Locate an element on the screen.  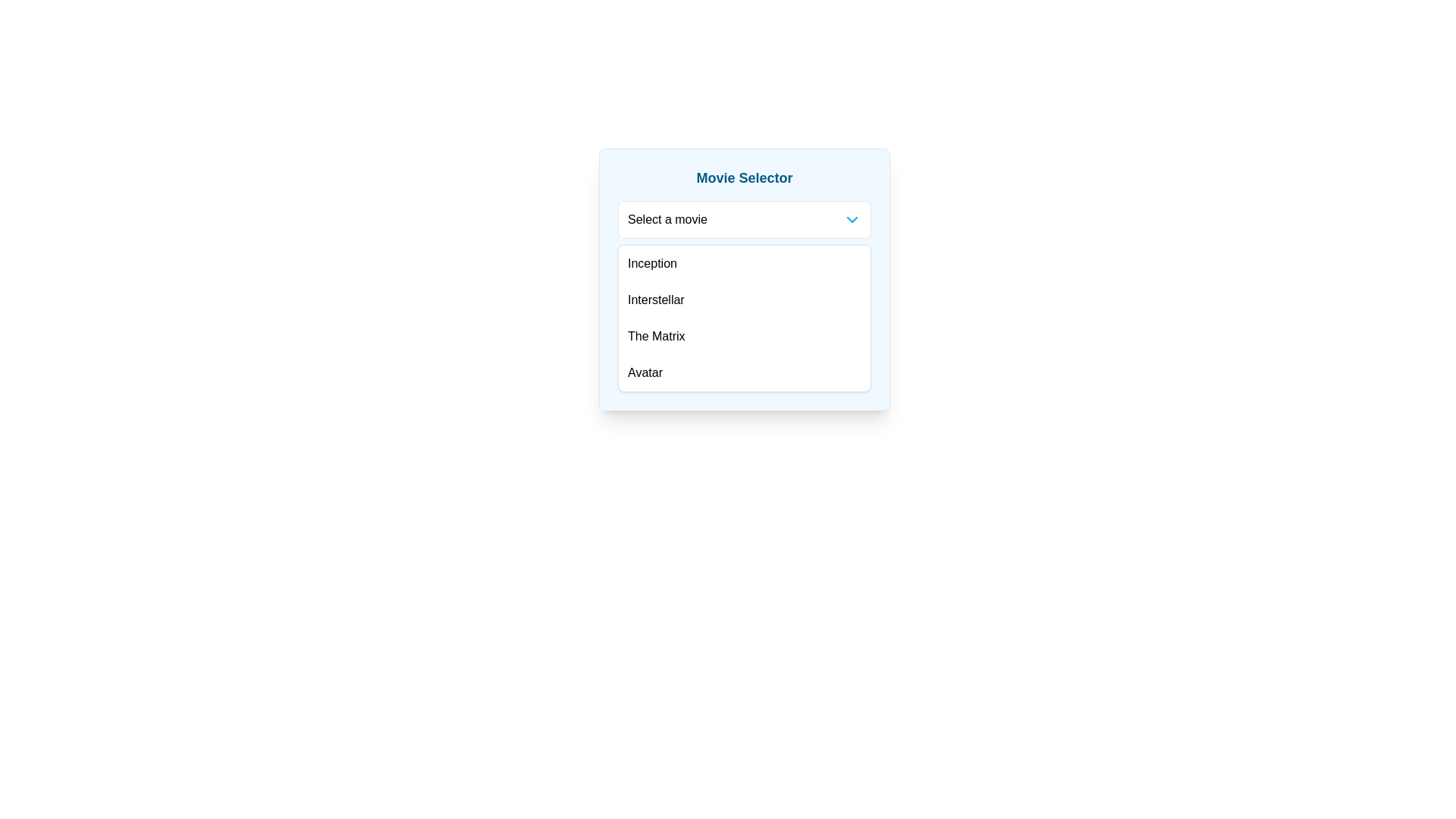
the 'Interstellar' text label in the drop-down menu is located at coordinates (656, 300).